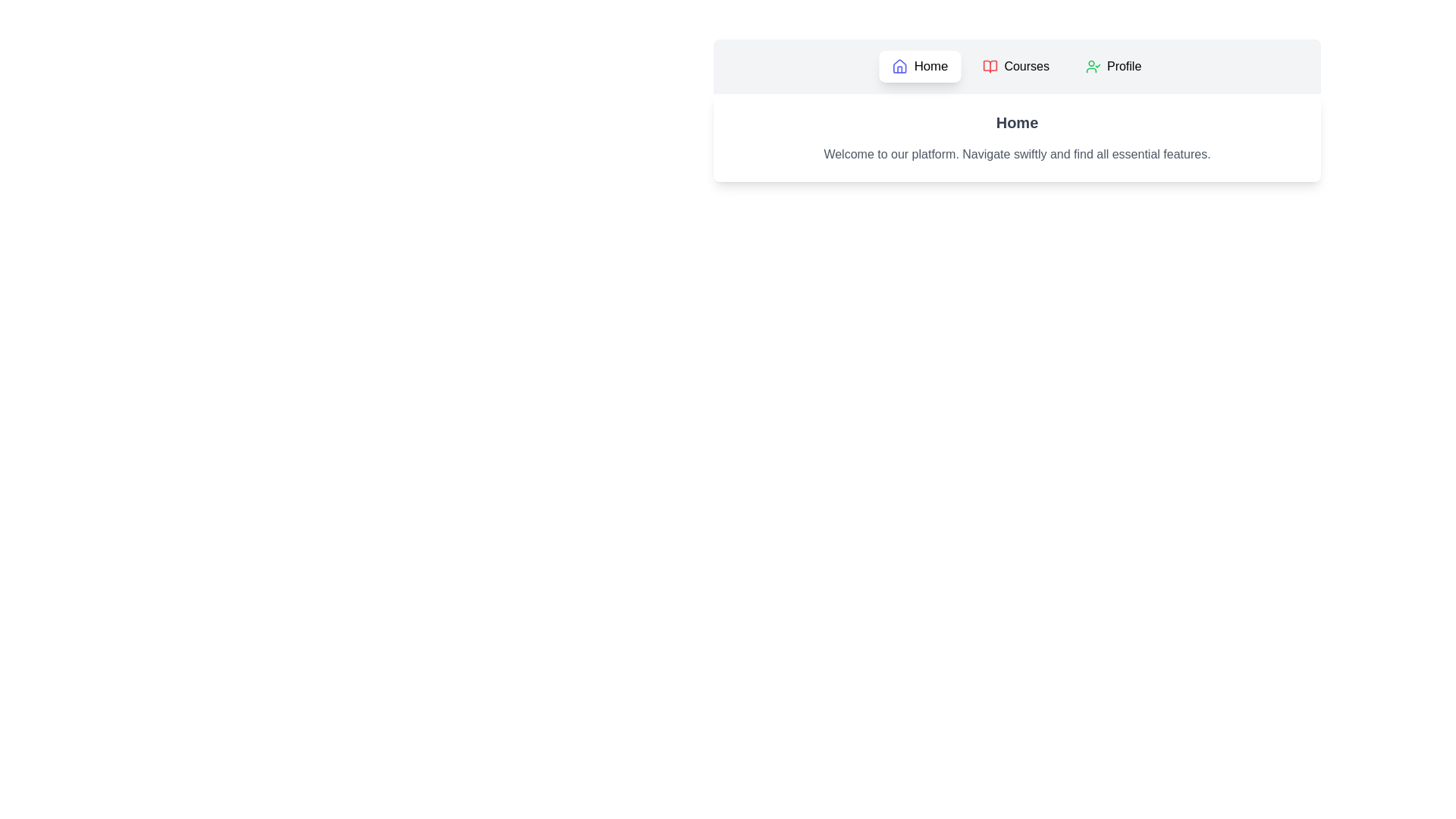 The image size is (1456, 819). I want to click on the tab labeled Profile to read its content, so click(1113, 66).